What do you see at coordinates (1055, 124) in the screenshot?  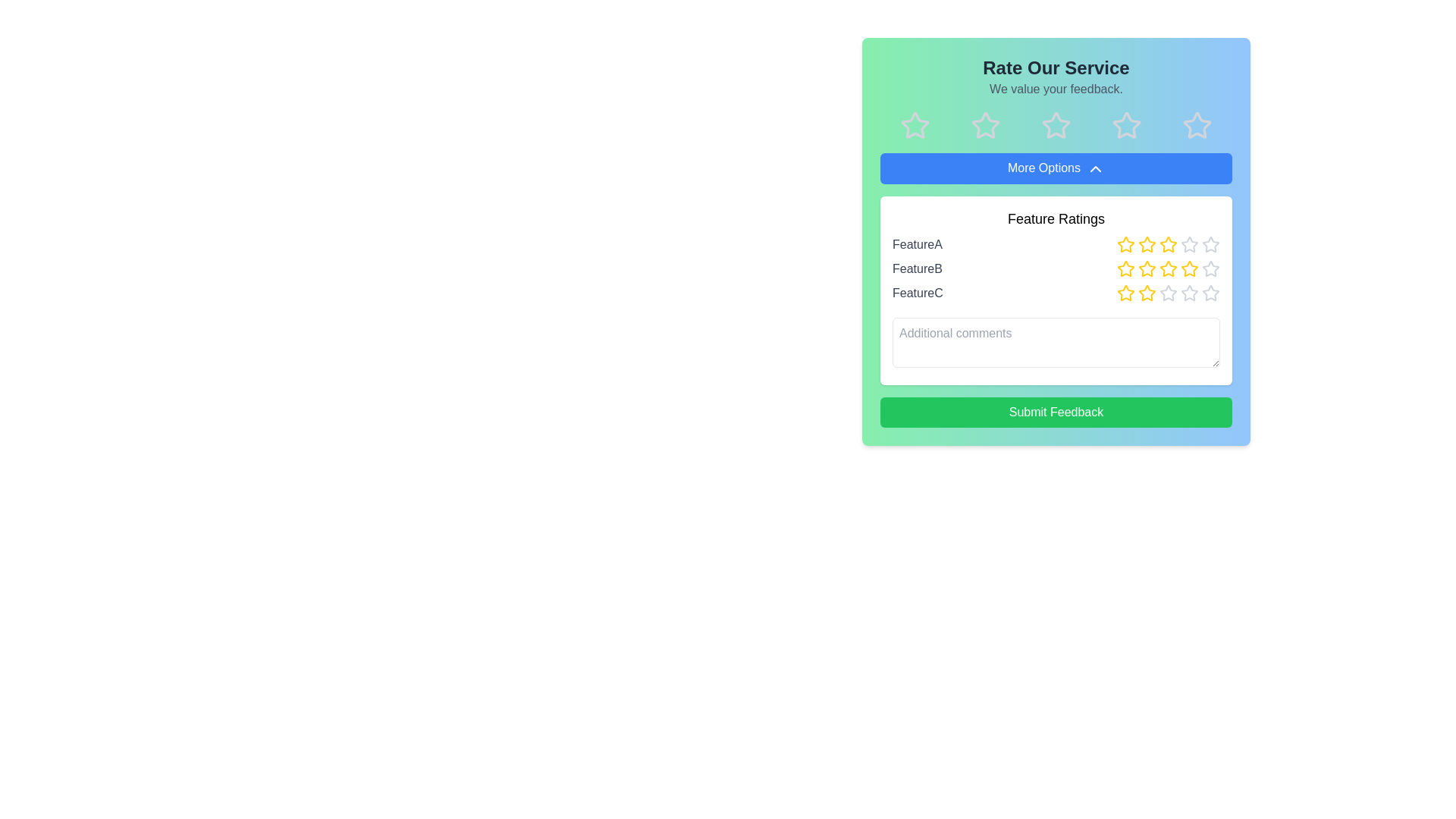 I see `the fourth star-shaped rating icon with a hollow interior and outlined borders, which is grayish in color` at bounding box center [1055, 124].